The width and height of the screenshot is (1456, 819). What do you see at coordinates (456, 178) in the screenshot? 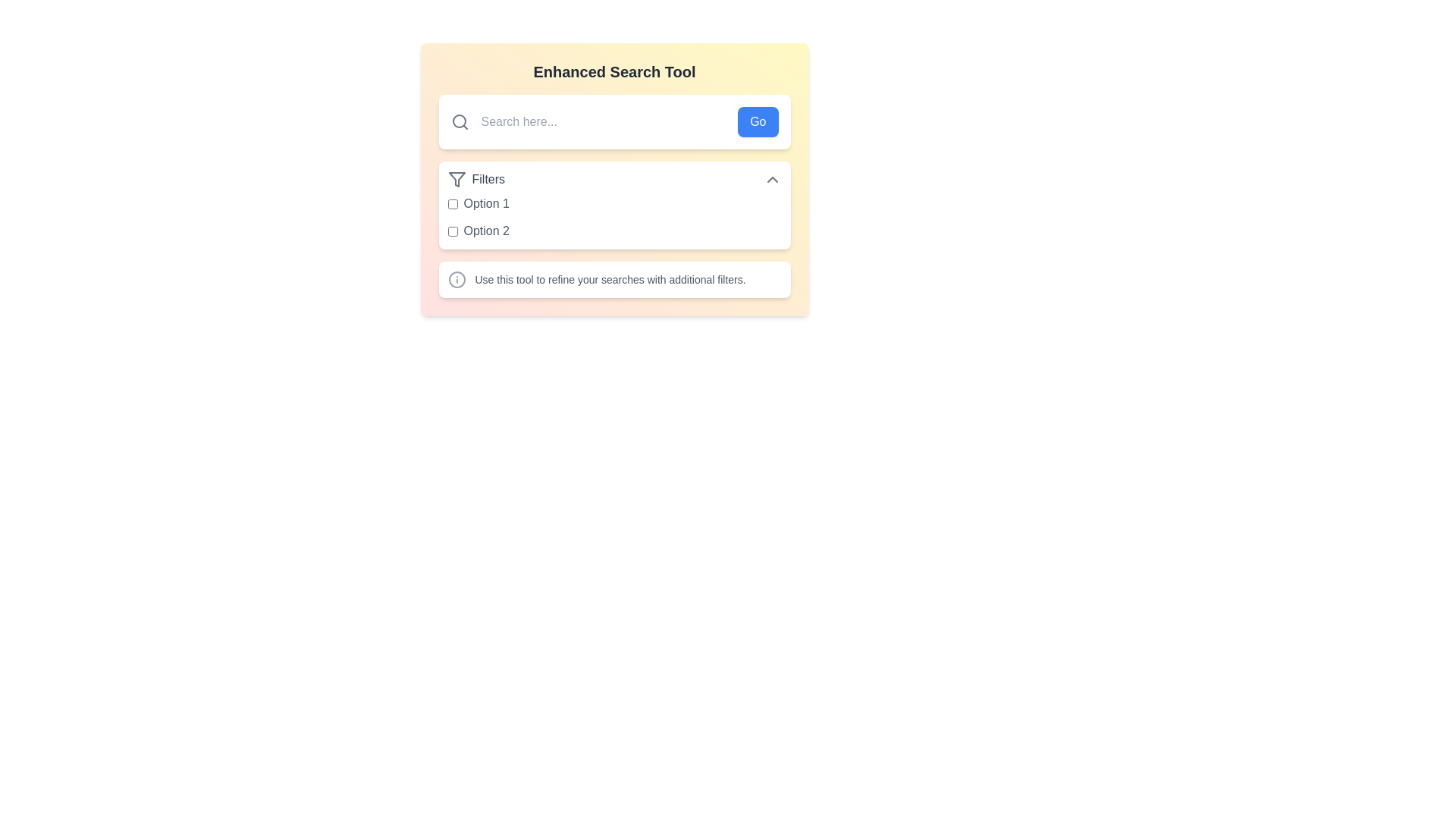
I see `the Decorative Icon located in the 'Filters' section, which visually indicates filtering options` at bounding box center [456, 178].